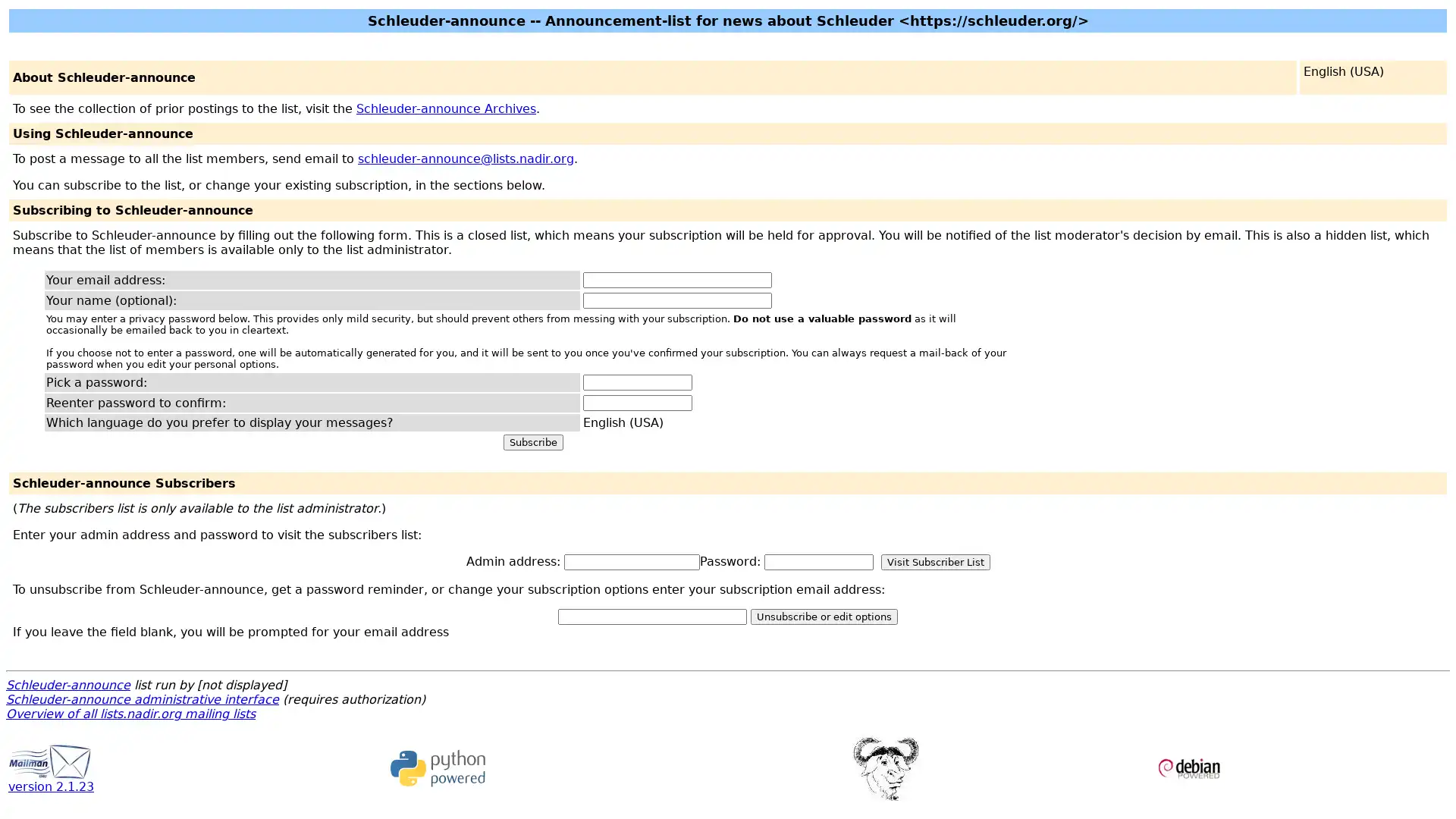  I want to click on Subscribe, so click(532, 442).